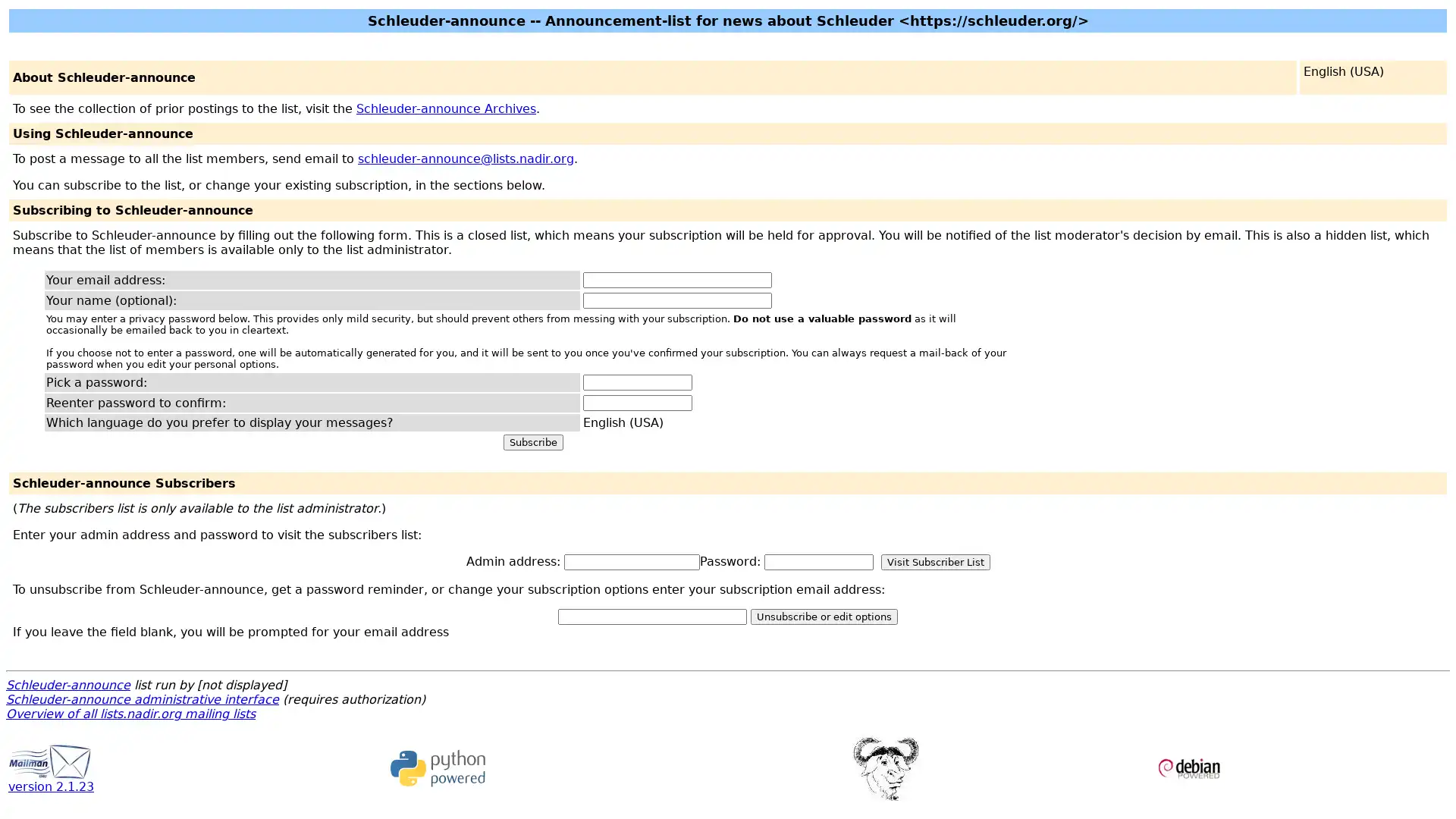  I want to click on Subscribe, so click(532, 442).